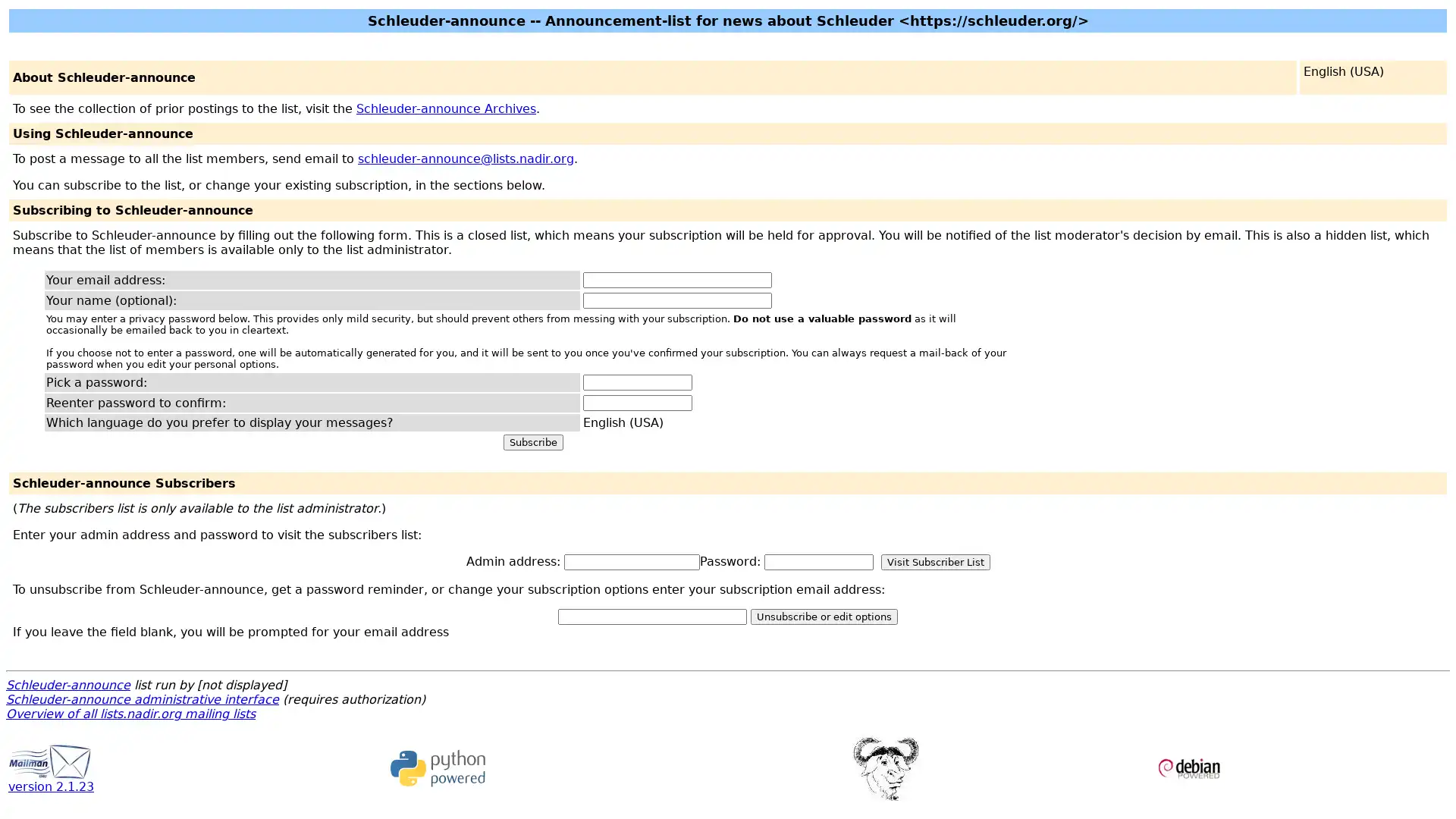  I want to click on Subscribe, so click(532, 442).